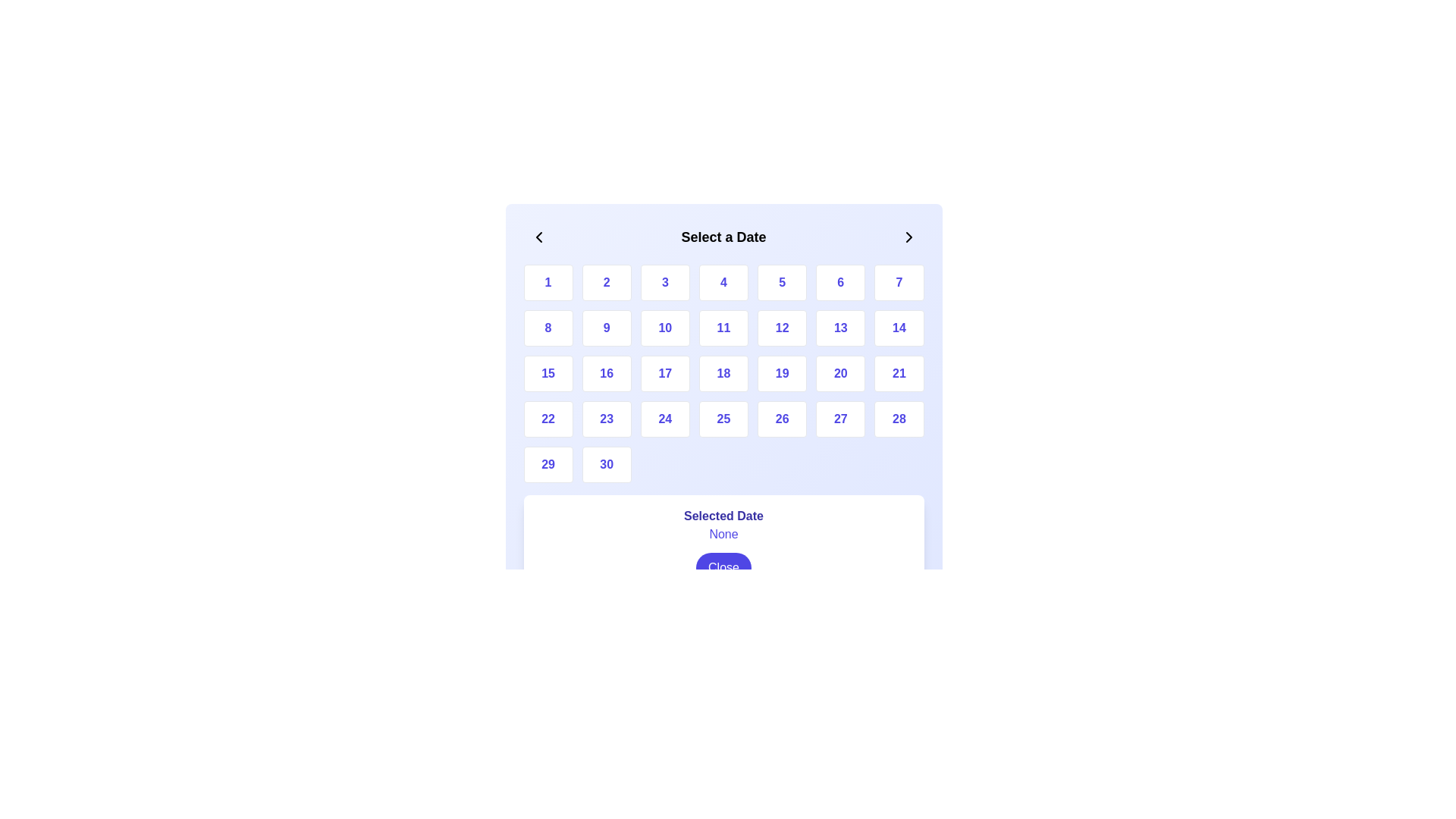 The height and width of the screenshot is (819, 1456). I want to click on the calendar date selector button that selects the date '9', located in the second row and second column of a 7-column grid, positioned between the '8' and '10' buttons, so click(607, 327).